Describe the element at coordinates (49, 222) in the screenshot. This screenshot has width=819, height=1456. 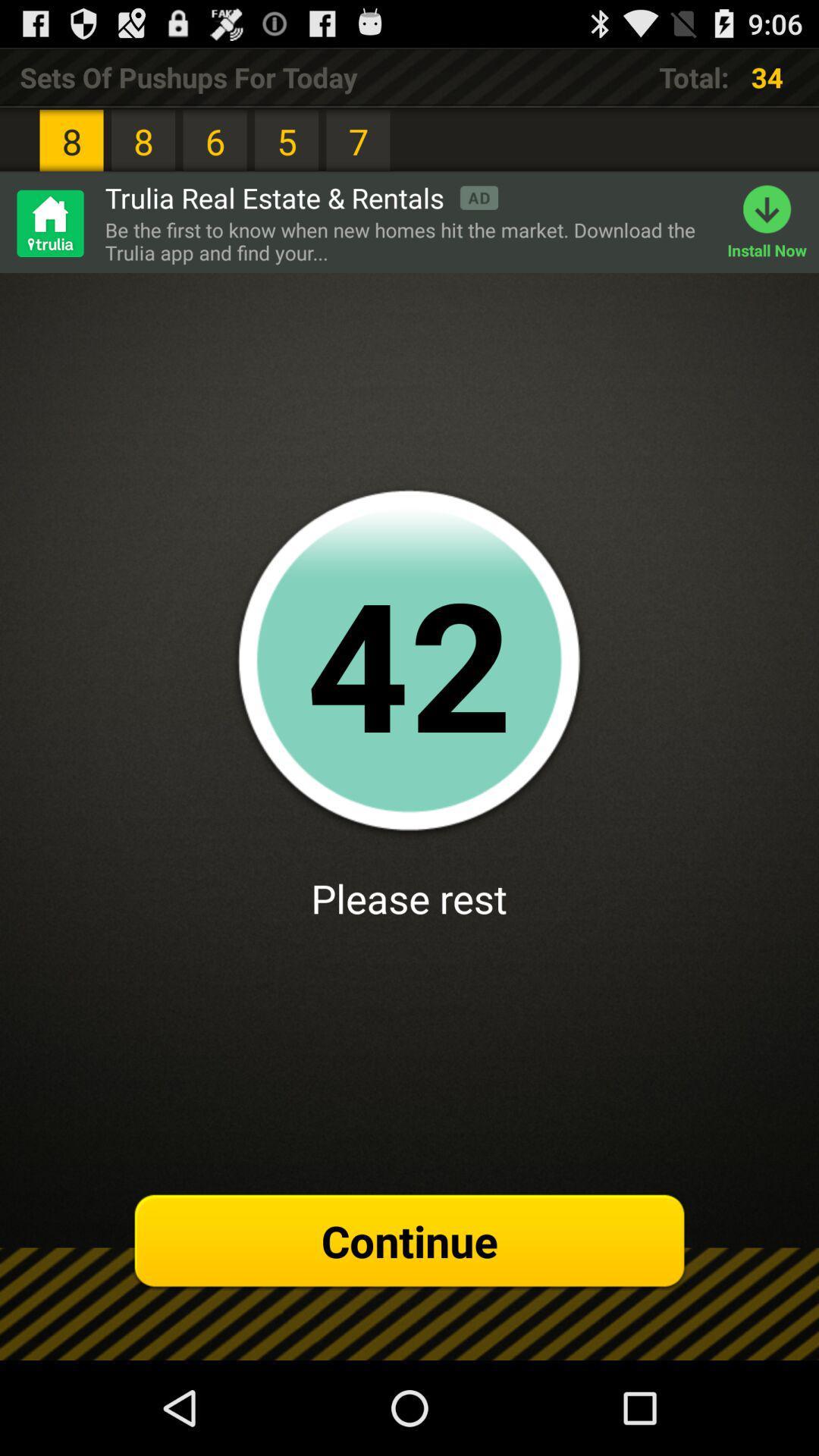
I see `app page of the app in the advertisement` at that location.